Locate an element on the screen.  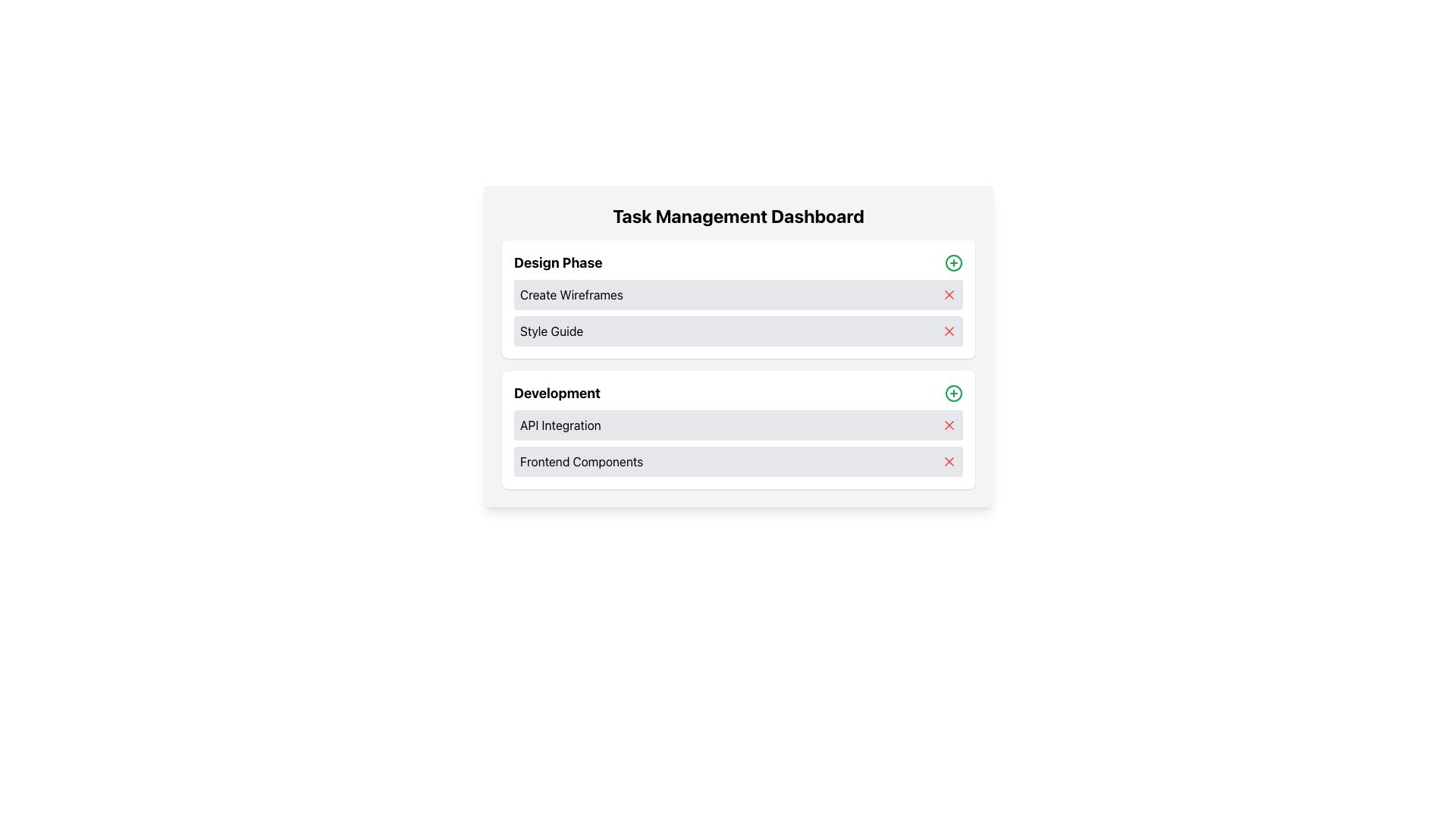
the red 'X' icon located at the end of the 'Frontend Components' row in the bottom section of the 'Development' phase card is located at coordinates (949, 461).